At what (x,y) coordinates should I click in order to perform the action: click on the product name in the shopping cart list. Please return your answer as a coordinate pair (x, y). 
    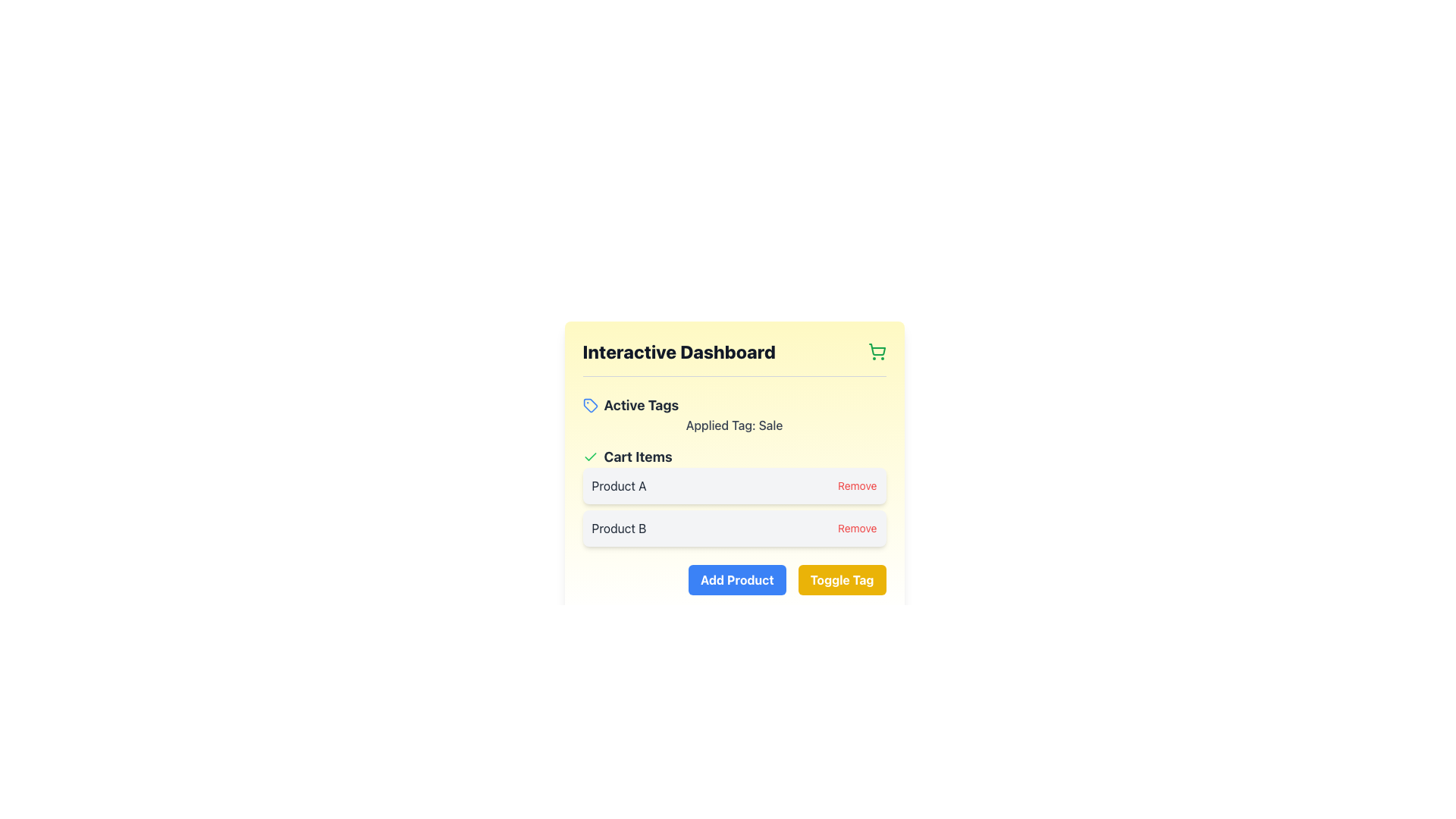
    Looking at the image, I should click on (734, 497).